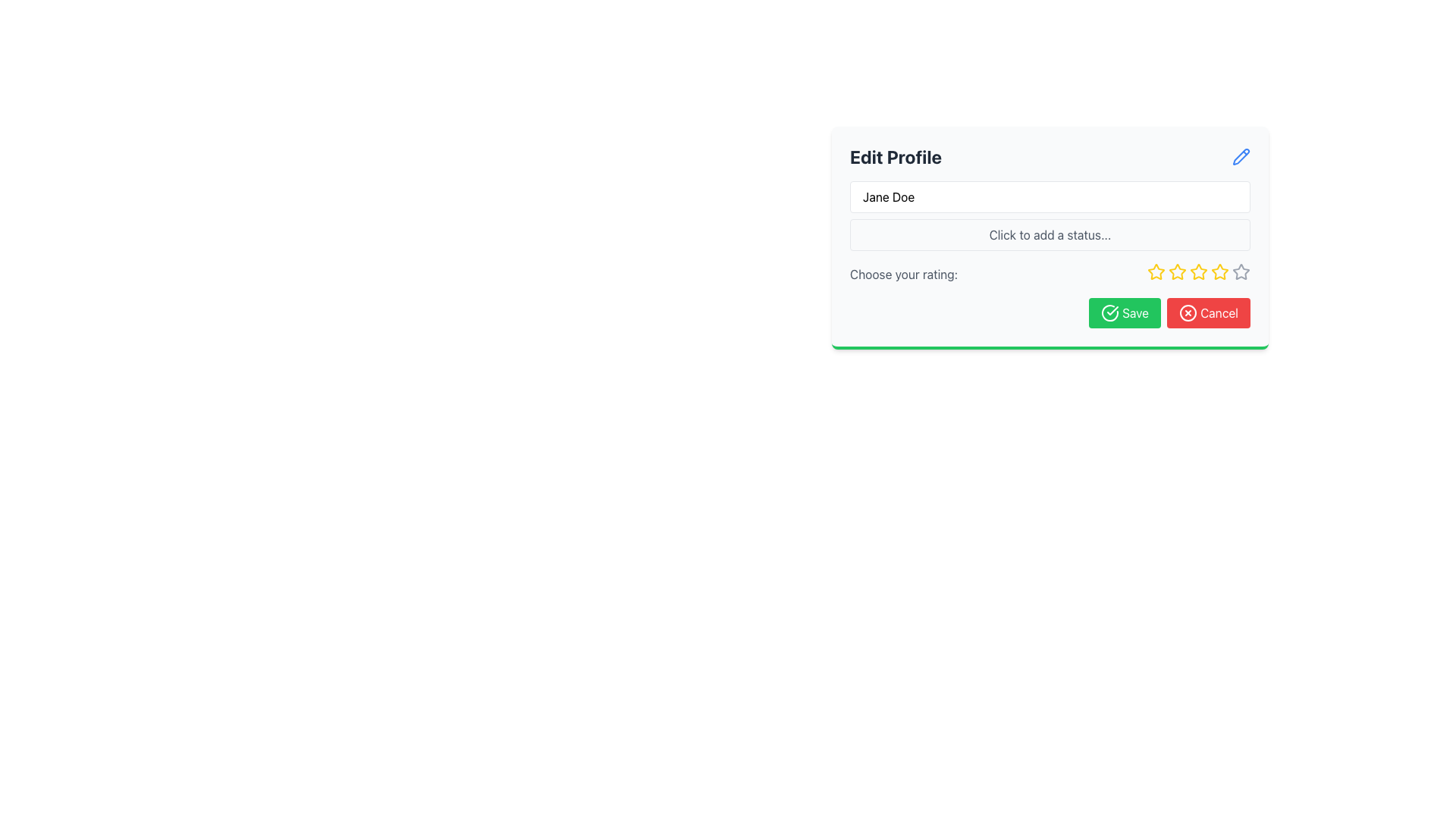  Describe the element at coordinates (1156, 271) in the screenshot. I see `on the first rating star icon` at that location.